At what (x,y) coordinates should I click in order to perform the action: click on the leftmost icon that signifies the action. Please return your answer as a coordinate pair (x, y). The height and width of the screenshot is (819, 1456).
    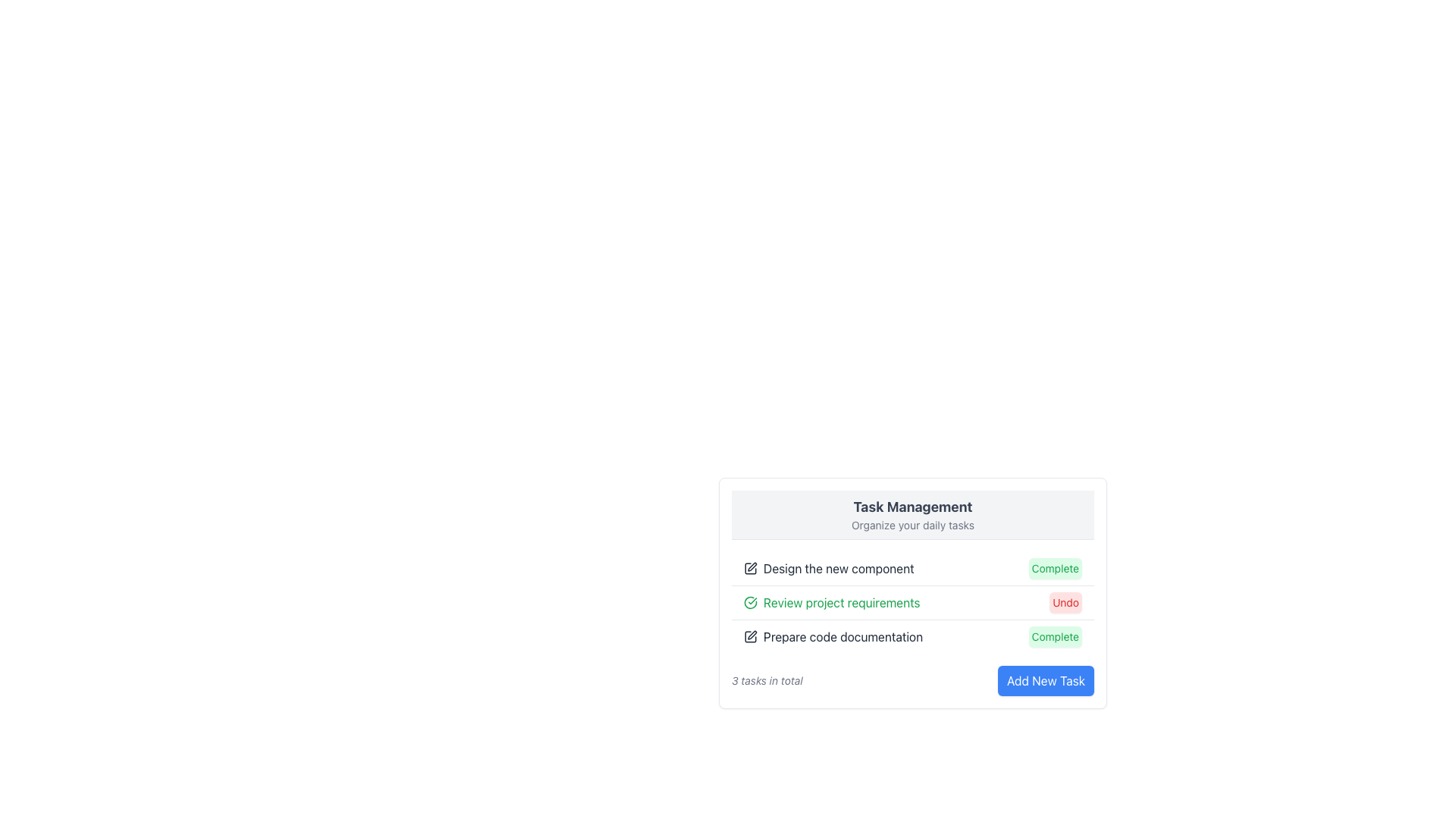
    Looking at the image, I should click on (750, 568).